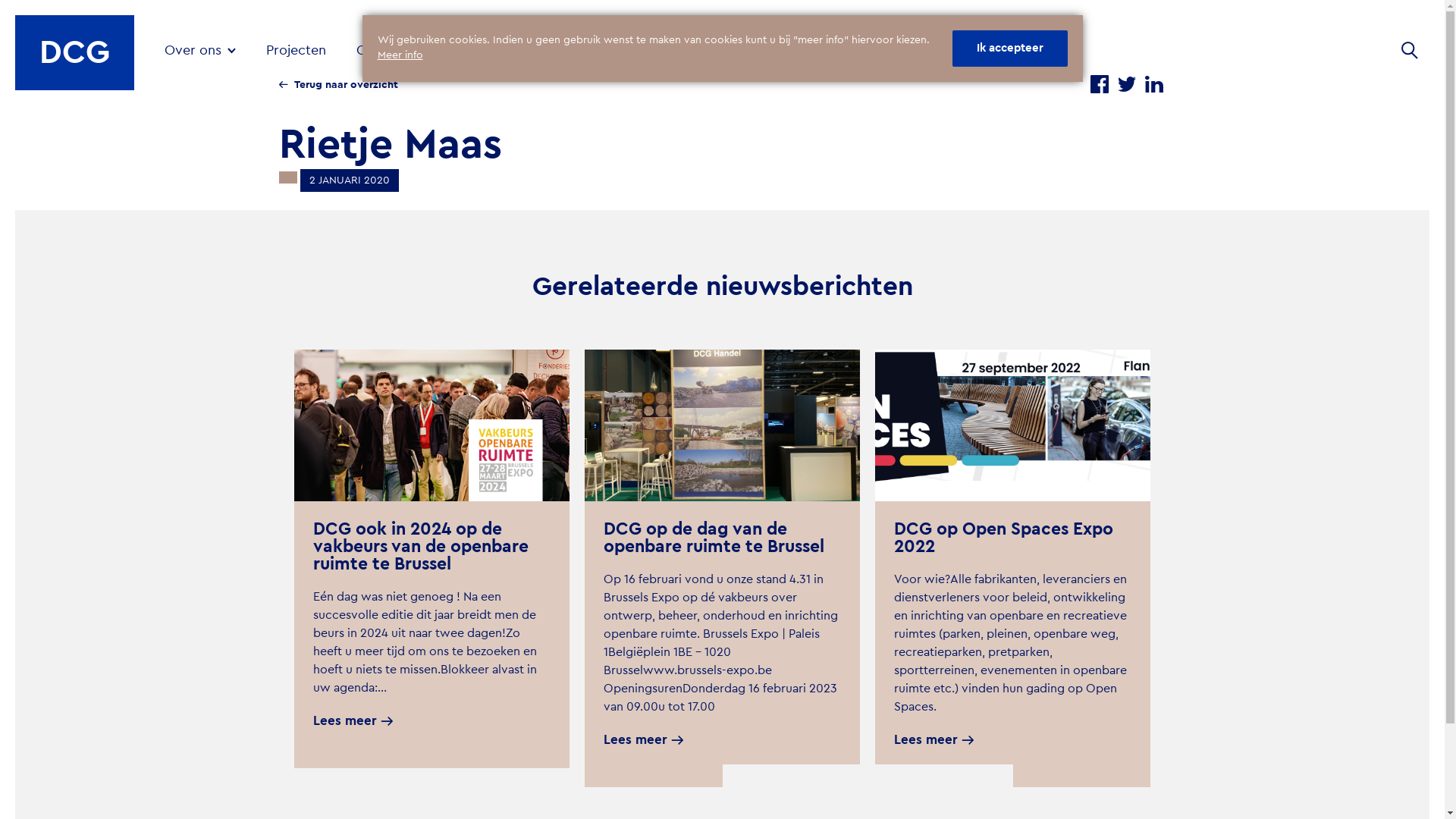 This screenshot has width=1456, height=819. Describe the element at coordinates (1009, 48) in the screenshot. I see `'Ik accepteer'` at that location.